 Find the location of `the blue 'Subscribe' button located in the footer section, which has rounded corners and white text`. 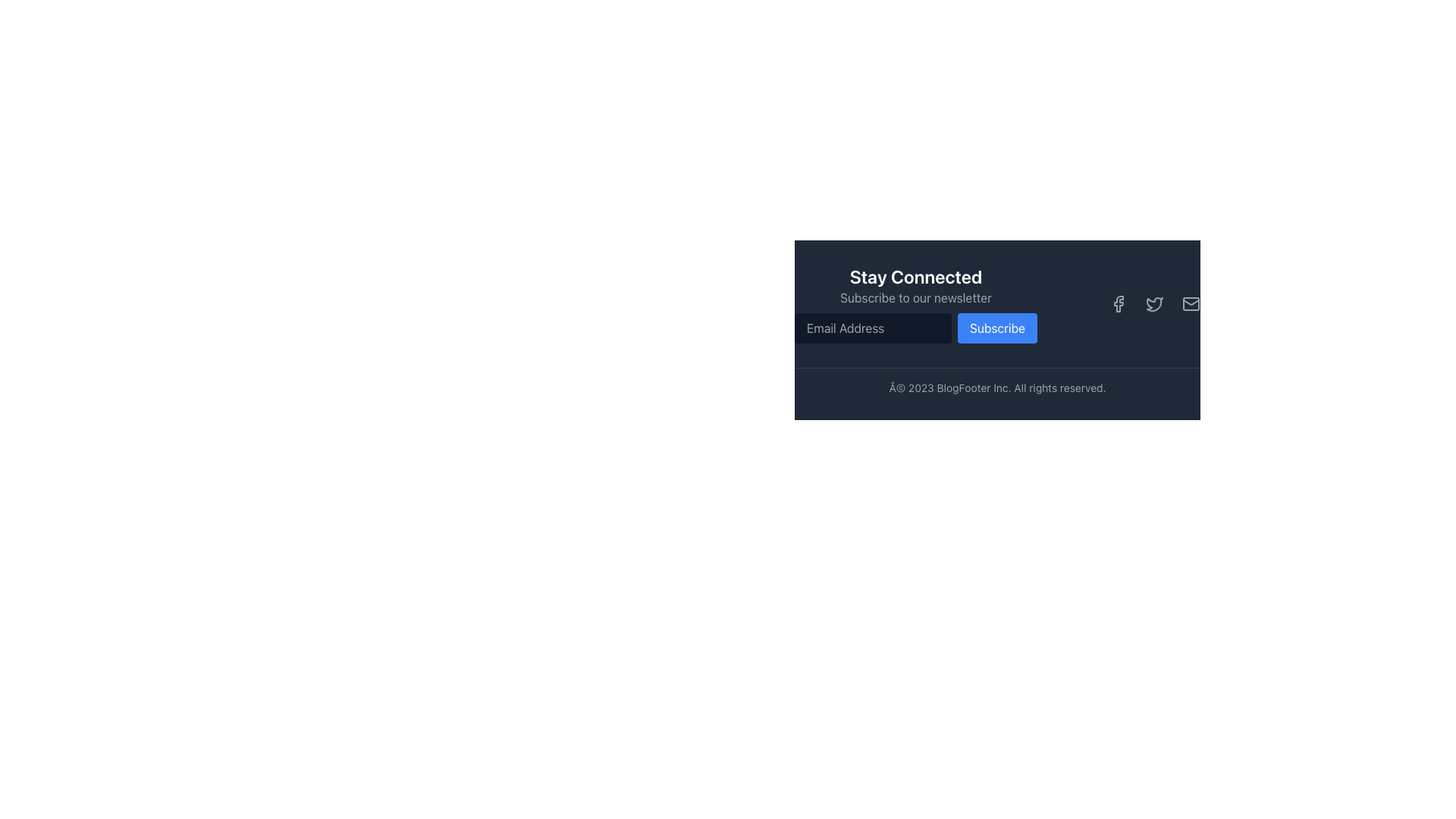

the blue 'Subscribe' button located in the footer section, which has rounded corners and white text is located at coordinates (997, 327).